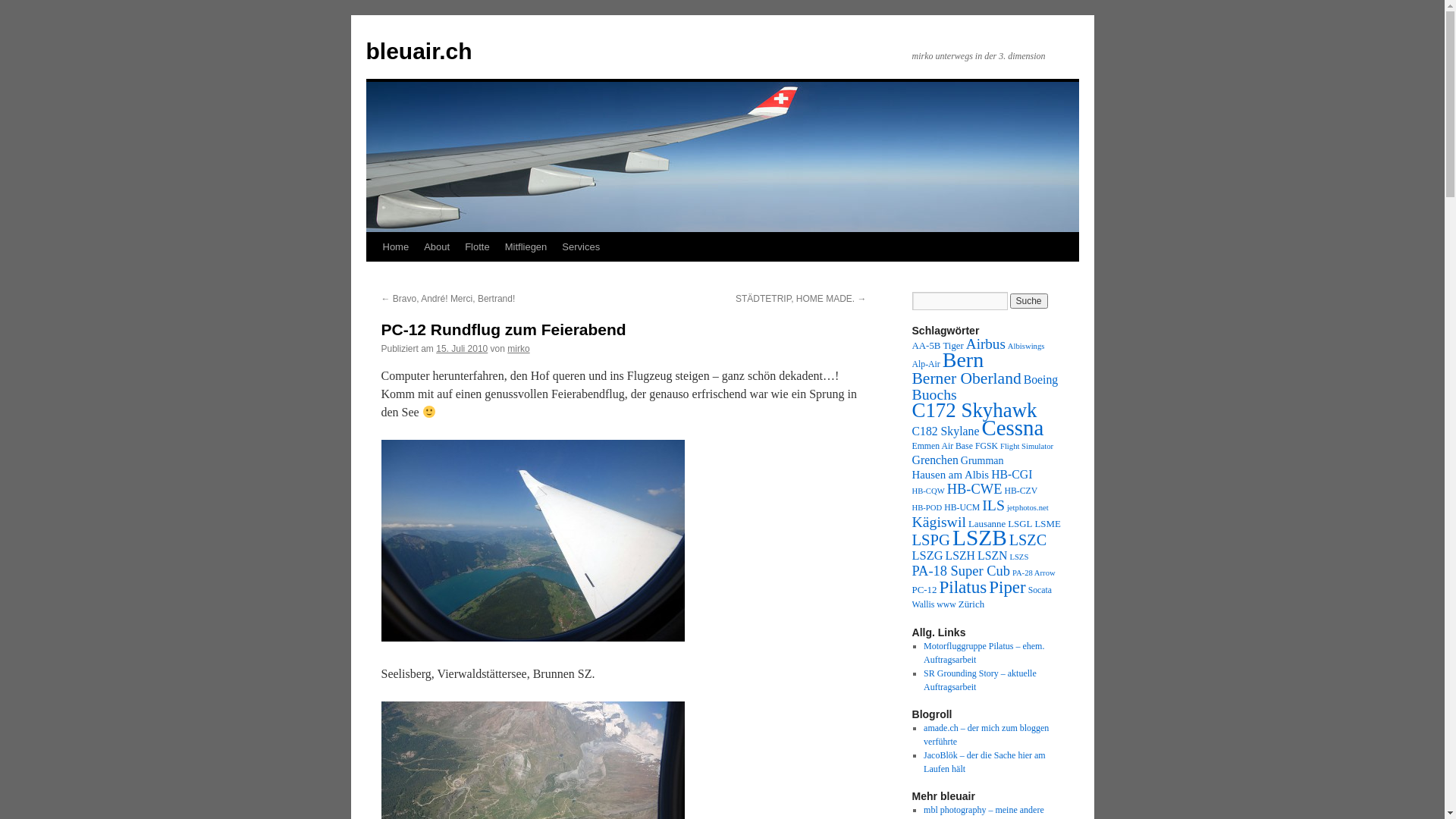 The width and height of the screenshot is (1456, 819). Describe the element at coordinates (910, 507) in the screenshot. I see `'HB-POD'` at that location.